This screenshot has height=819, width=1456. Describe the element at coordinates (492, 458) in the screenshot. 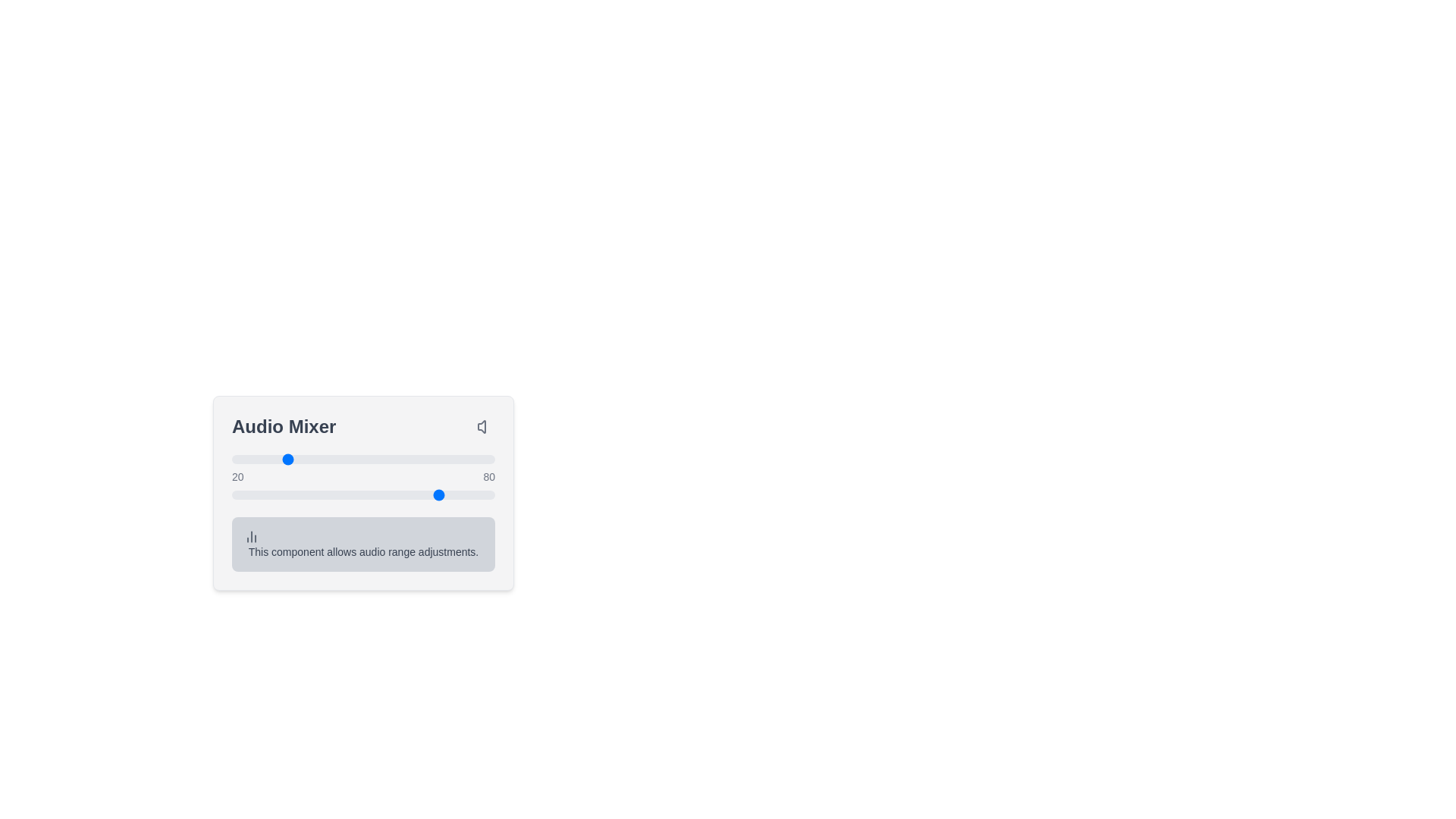

I see `the slider` at that location.